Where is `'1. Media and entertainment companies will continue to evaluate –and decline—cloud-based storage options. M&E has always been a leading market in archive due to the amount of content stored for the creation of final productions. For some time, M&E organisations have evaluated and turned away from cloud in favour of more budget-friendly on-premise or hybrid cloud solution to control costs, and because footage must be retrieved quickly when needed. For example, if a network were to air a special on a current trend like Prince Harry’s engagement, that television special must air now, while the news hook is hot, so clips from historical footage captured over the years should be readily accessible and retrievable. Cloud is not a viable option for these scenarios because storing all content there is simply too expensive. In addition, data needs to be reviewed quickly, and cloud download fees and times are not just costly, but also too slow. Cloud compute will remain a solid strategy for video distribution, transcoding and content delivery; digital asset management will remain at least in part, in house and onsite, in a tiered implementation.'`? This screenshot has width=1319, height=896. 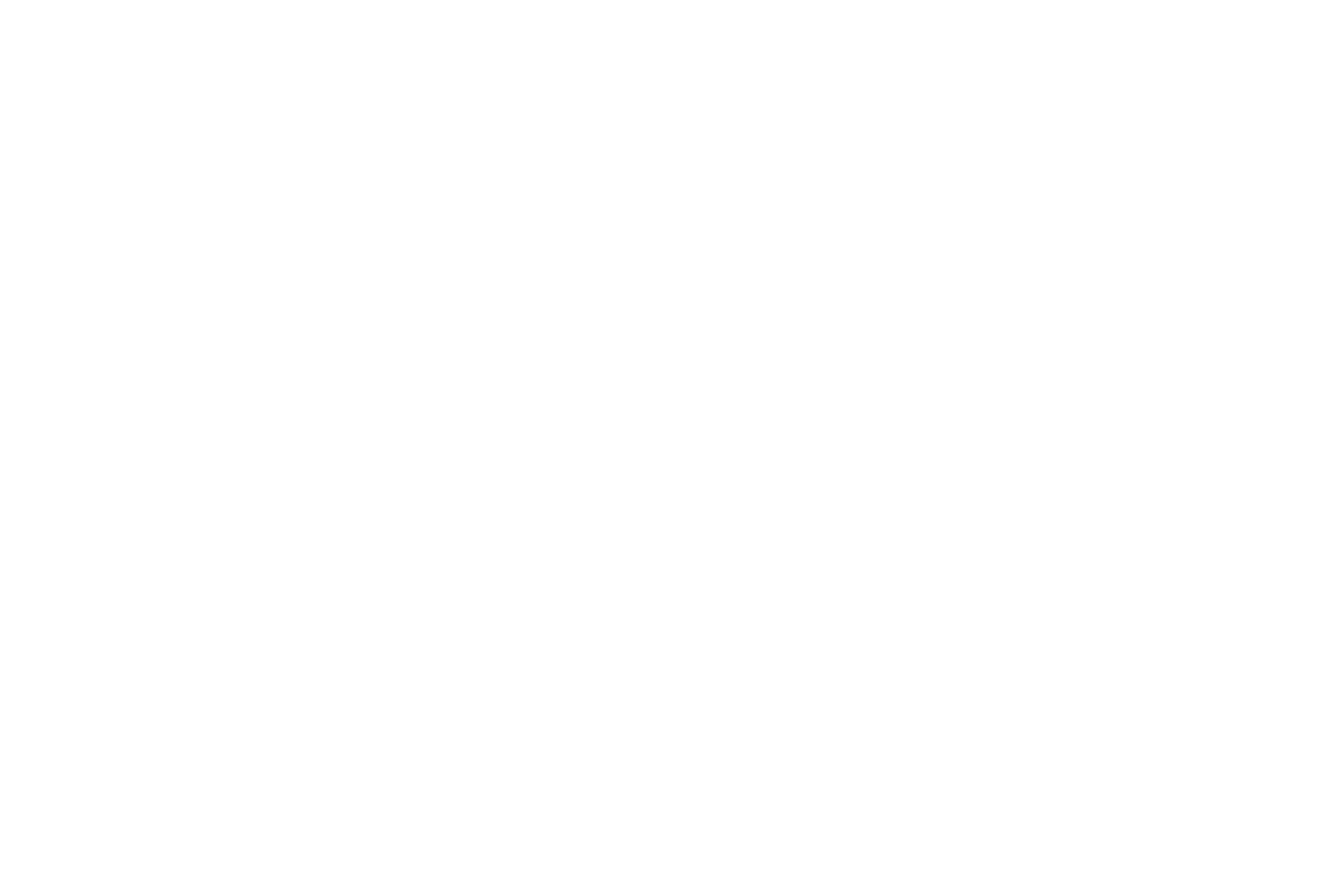
'1. Media and entertainment companies will continue to evaluate –and decline—cloud-based storage options. M&E has always been a leading market in archive due to the amount of content stored for the creation of final productions. For some time, M&E organisations have evaluated and turned away from cloud in favour of more budget-friendly on-premise or hybrid cloud solution to control costs, and because footage must be retrieved quickly when needed. For example, if a network were to air a special on a current trend like Prince Harry’s engagement, that television special must air now, while the news hook is hot, so clips from historical footage captured over the years should be readily accessible and retrievable. Cloud is not a viable option for these scenarios because storing all content there is simply too expensive. In addition, data needs to be reviewed quickly, and cloud download fees and times are not just costly, but also too slow. Cloud compute will remain a solid strategy for video distribution, transcoding and content delivery; digital asset management will remain at least in part, in house and onsite, in a tiered implementation.' is located at coordinates (174, 509).